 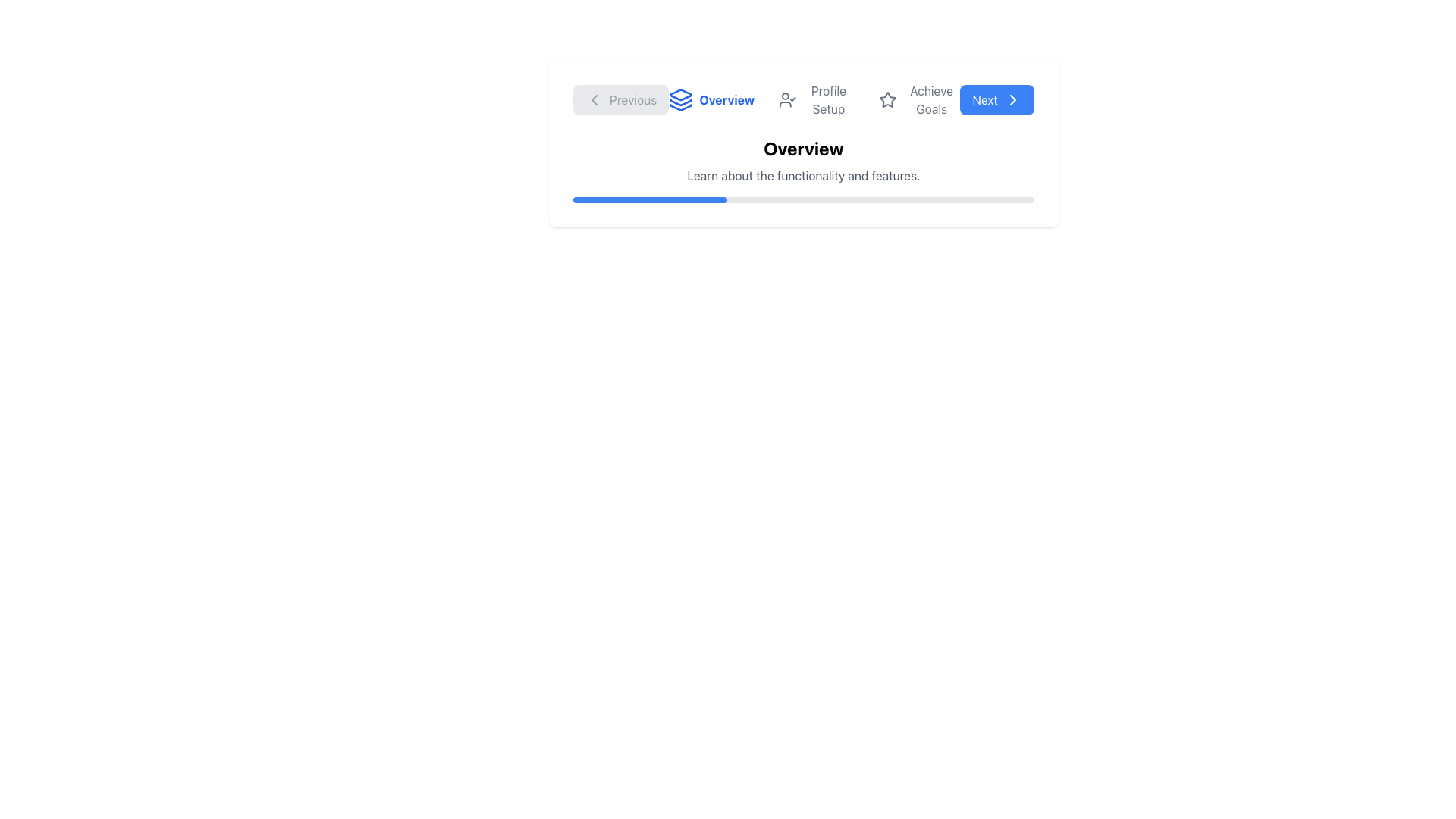 I want to click on the left-facing chevron arrow icon located on the upper left side of the interface, adjacent to the text 'Previous', which indicates backward navigation, so click(x=593, y=99).